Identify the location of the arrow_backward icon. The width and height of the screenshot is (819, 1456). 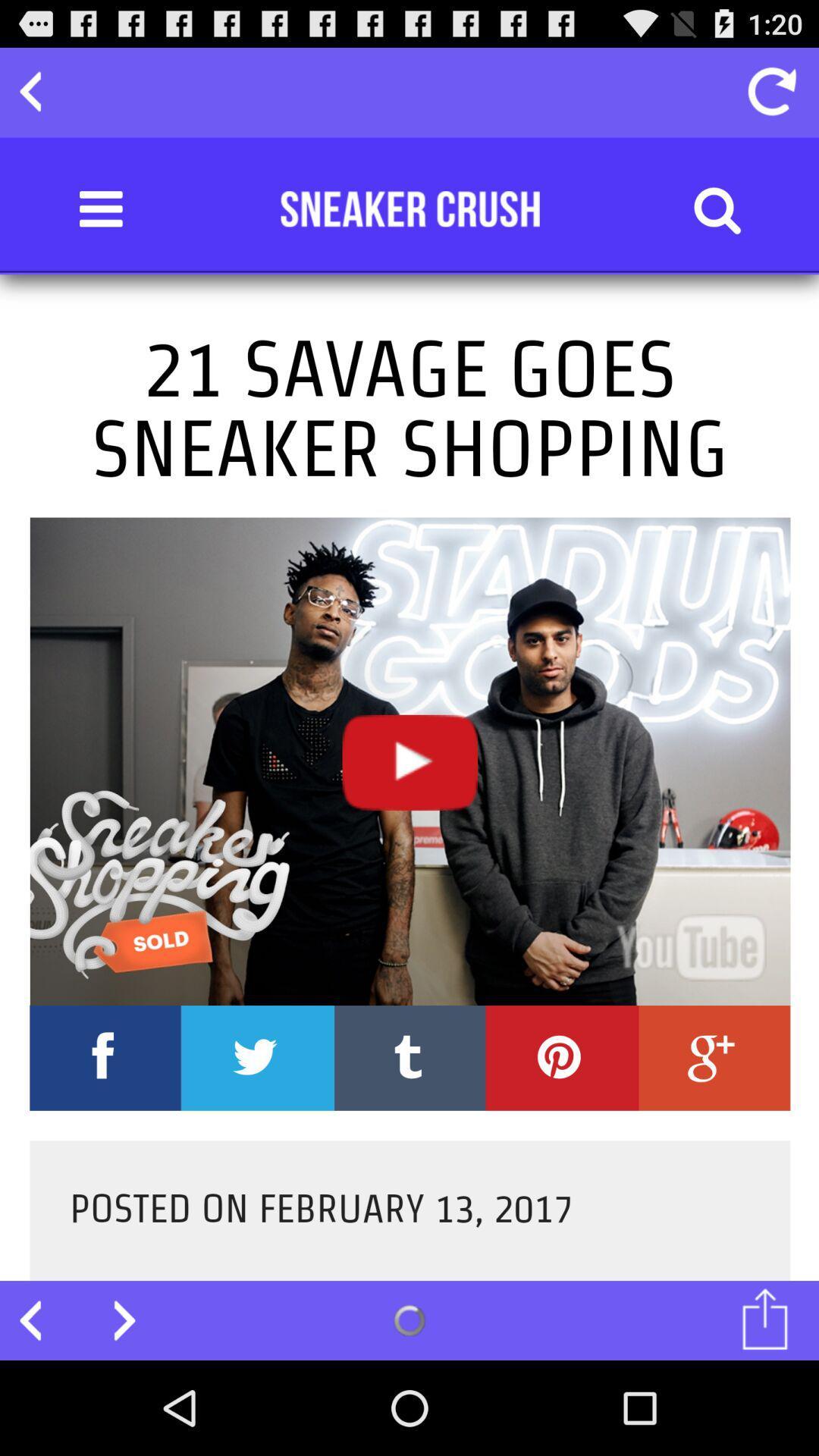
(39, 96).